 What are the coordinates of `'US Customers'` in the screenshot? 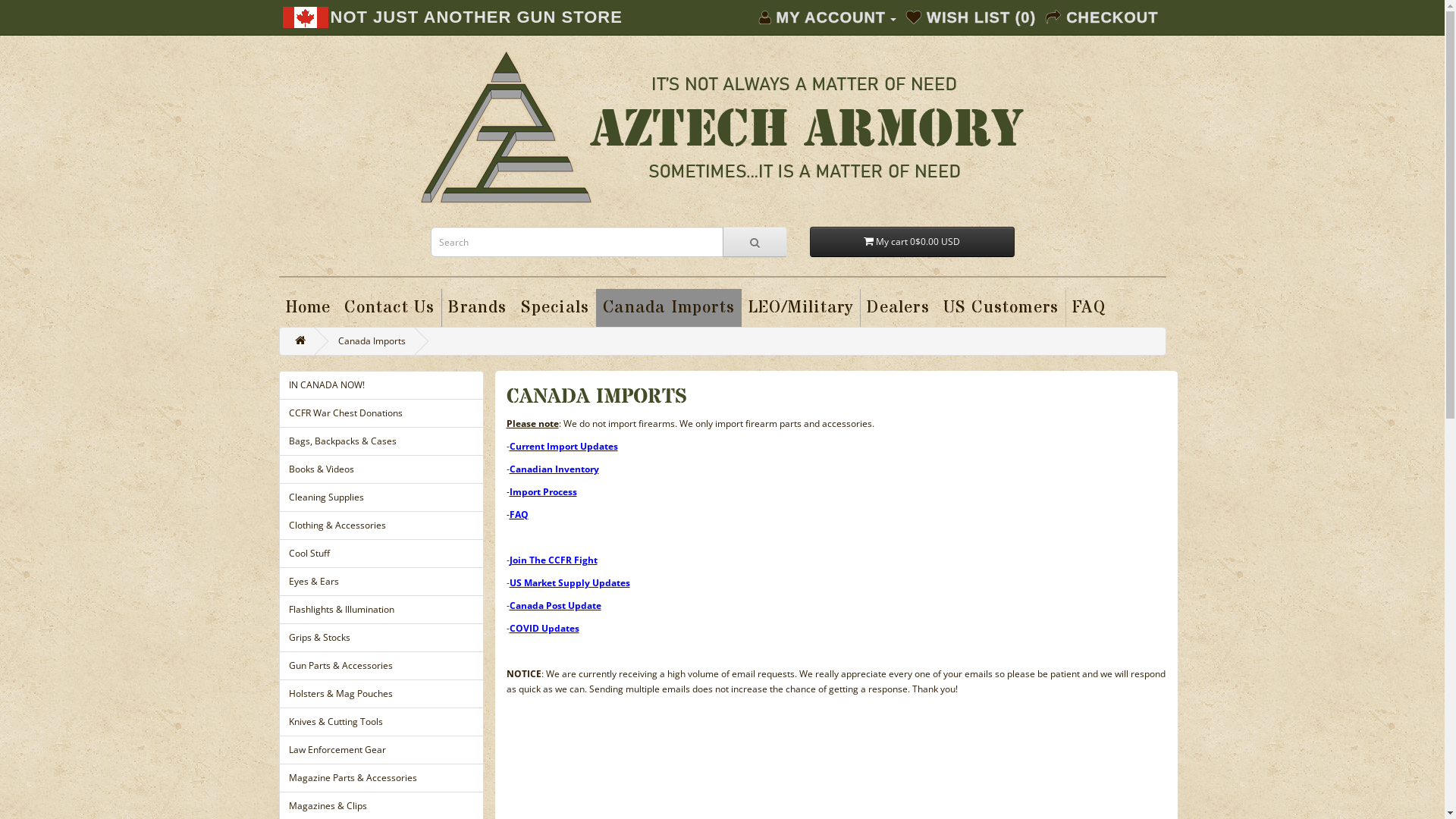 It's located at (1001, 307).